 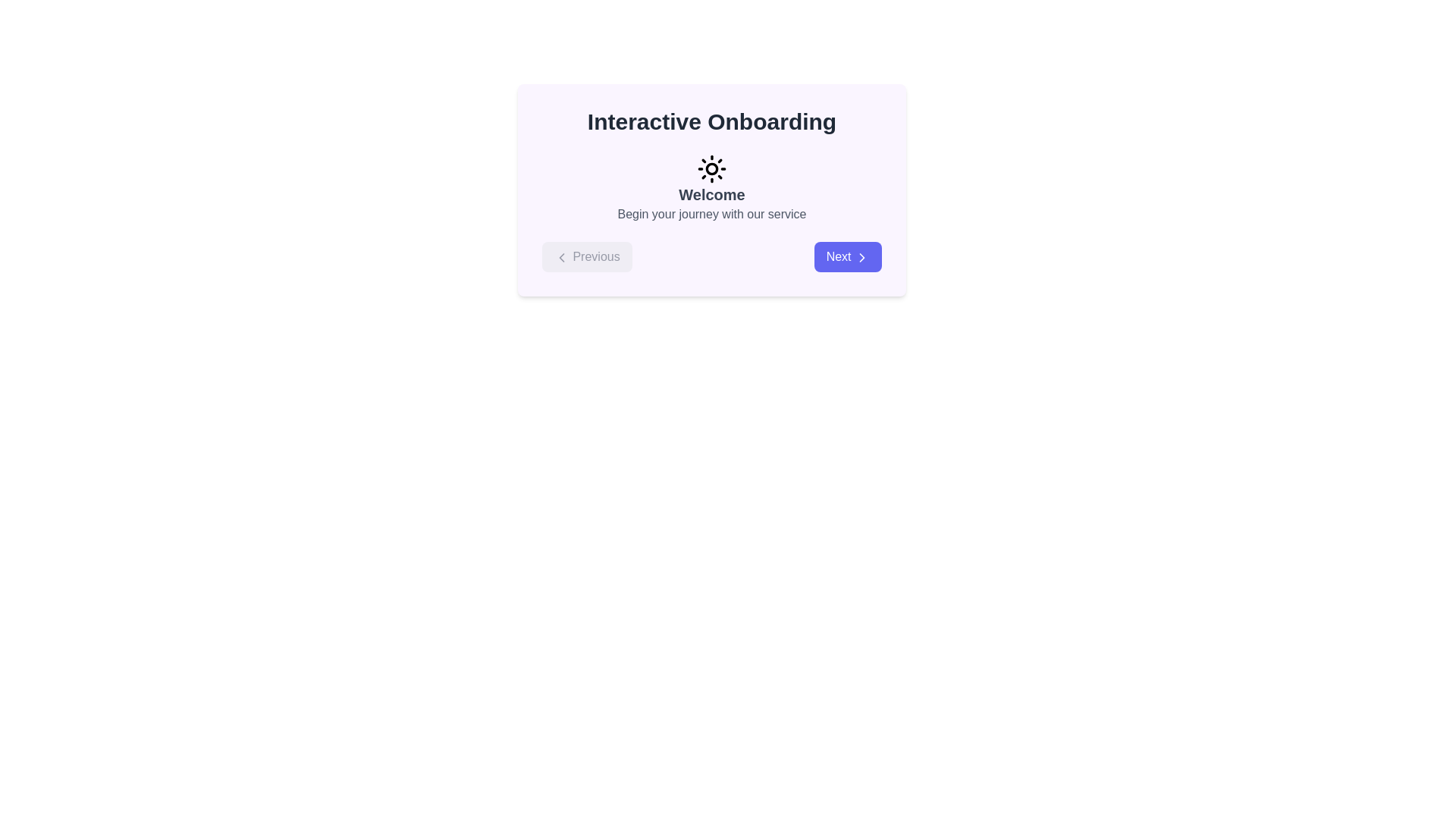 What do you see at coordinates (711, 169) in the screenshot?
I see `the circular black sun icon with sun rays, which is centrally aligned above the 'Welcome' text and below the 'Interactive Onboarding' heading` at bounding box center [711, 169].